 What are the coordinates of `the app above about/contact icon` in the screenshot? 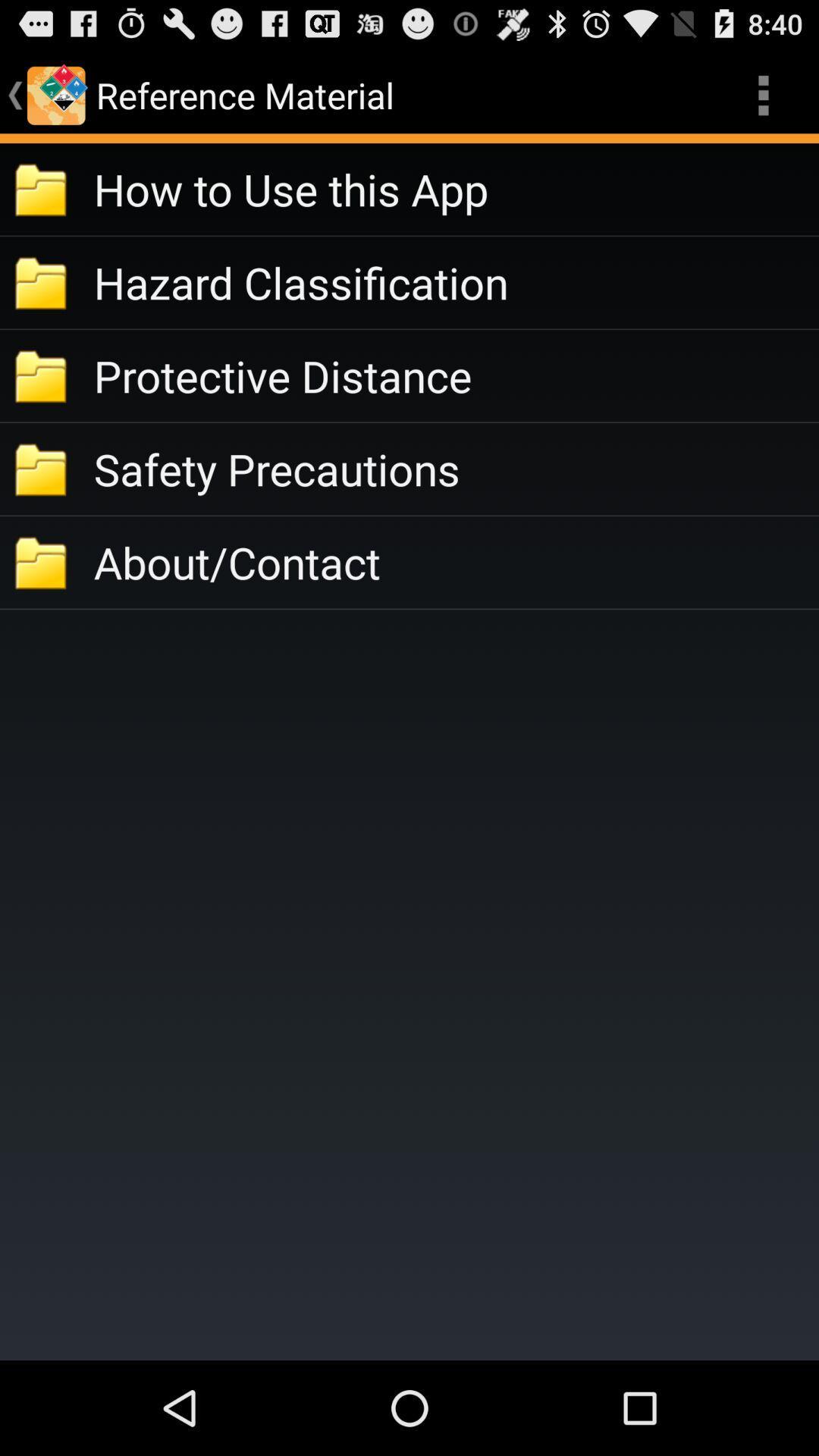 It's located at (455, 468).